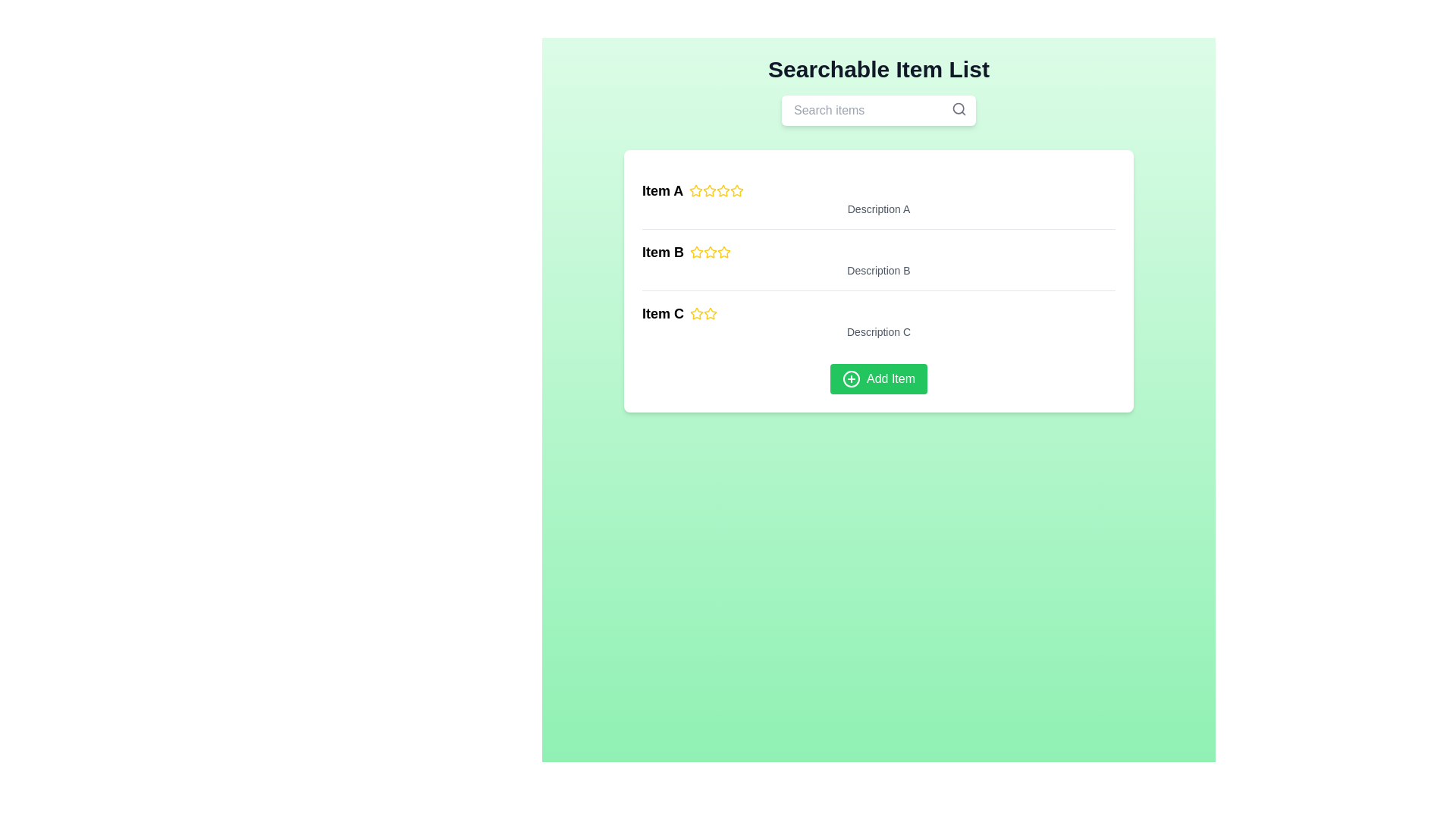 This screenshot has height=819, width=1456. What do you see at coordinates (702, 312) in the screenshot?
I see `the second star icon, which is yellow and part of a series of star icons located to the right of the 'Item C' label in the bottom row of the list` at bounding box center [702, 312].